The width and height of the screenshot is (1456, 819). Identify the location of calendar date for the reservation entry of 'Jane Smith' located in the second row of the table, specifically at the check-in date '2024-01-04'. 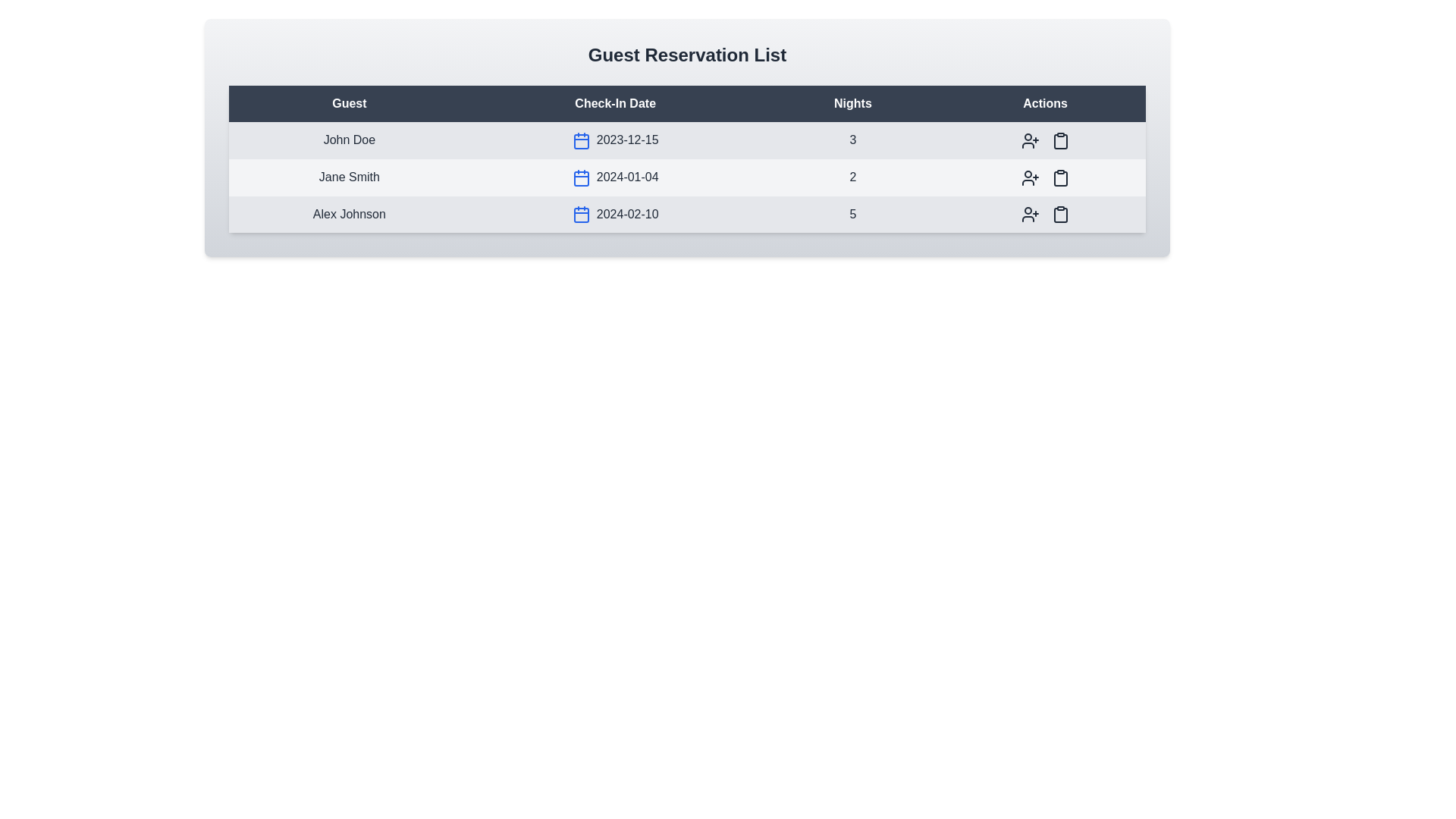
(686, 177).